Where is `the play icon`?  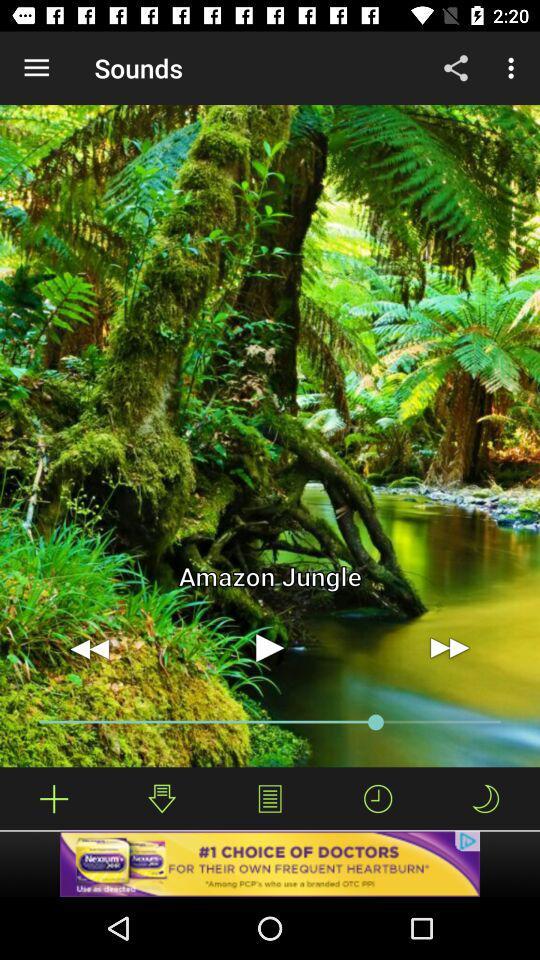
the play icon is located at coordinates (270, 647).